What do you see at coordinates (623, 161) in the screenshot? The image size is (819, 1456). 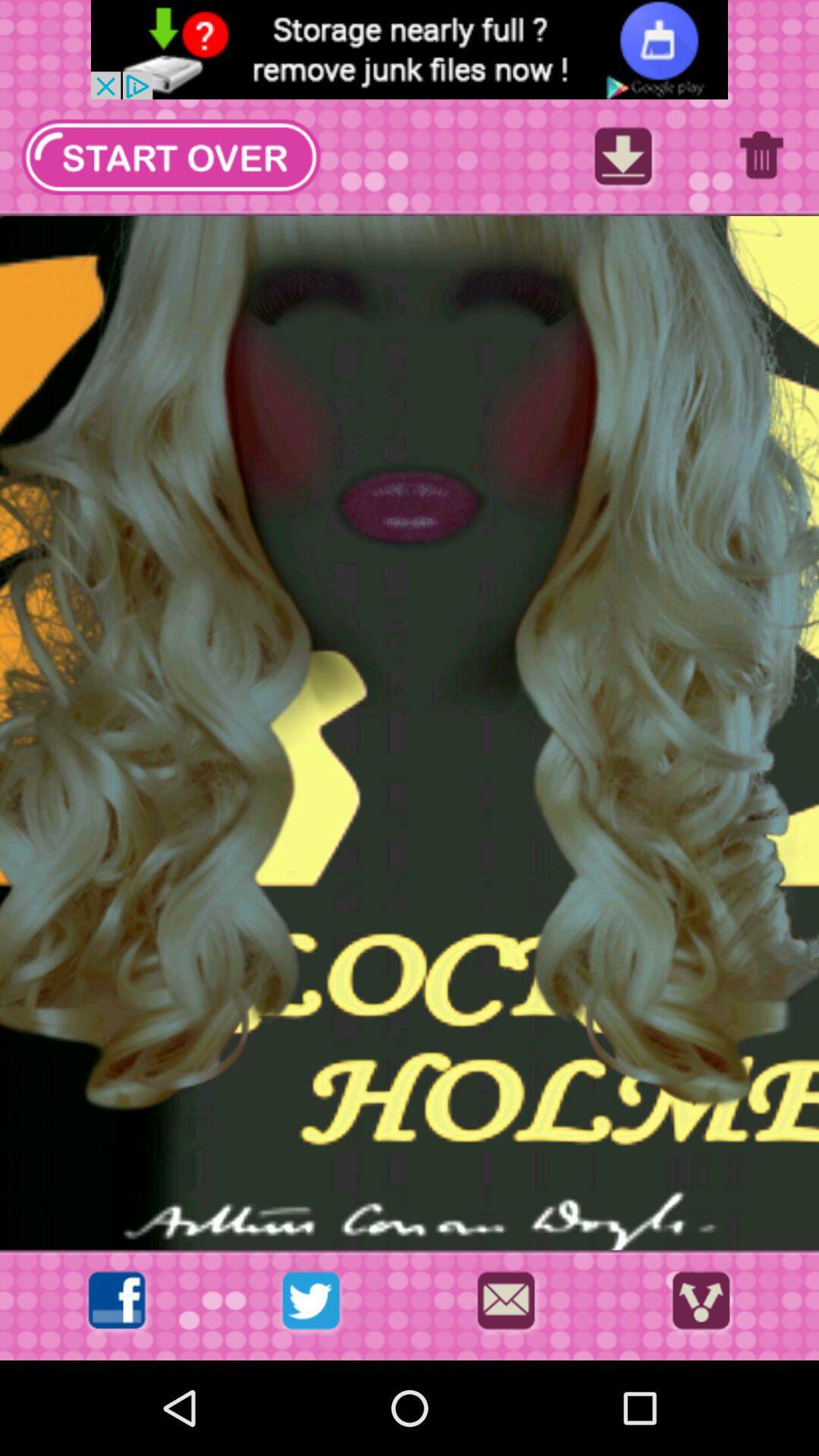 I see `download` at bounding box center [623, 161].